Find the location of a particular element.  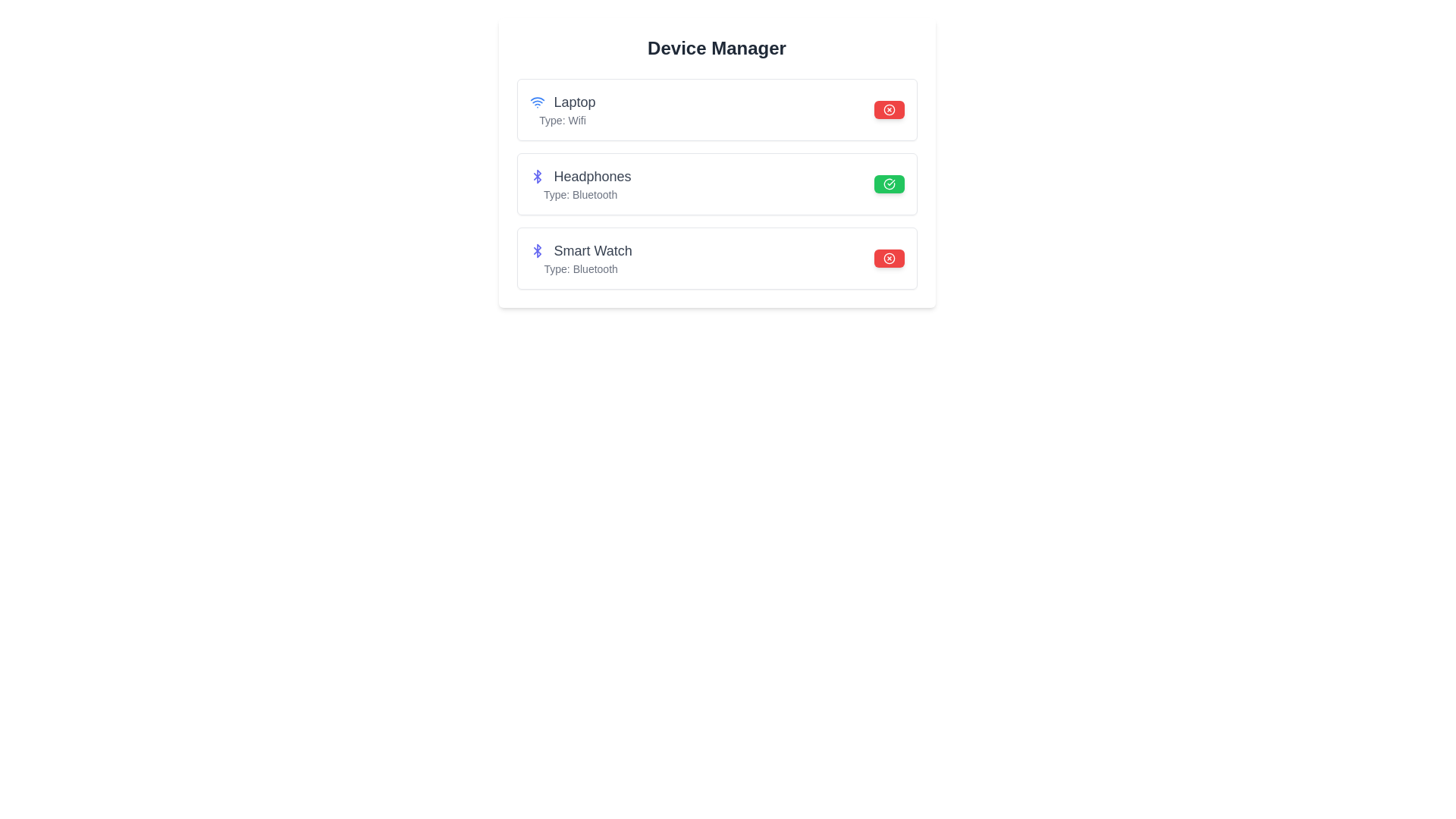

the 'Headphones' text label with the Bluetooth icon in the 'Device Manager' section, which is the second device listed is located at coordinates (579, 175).